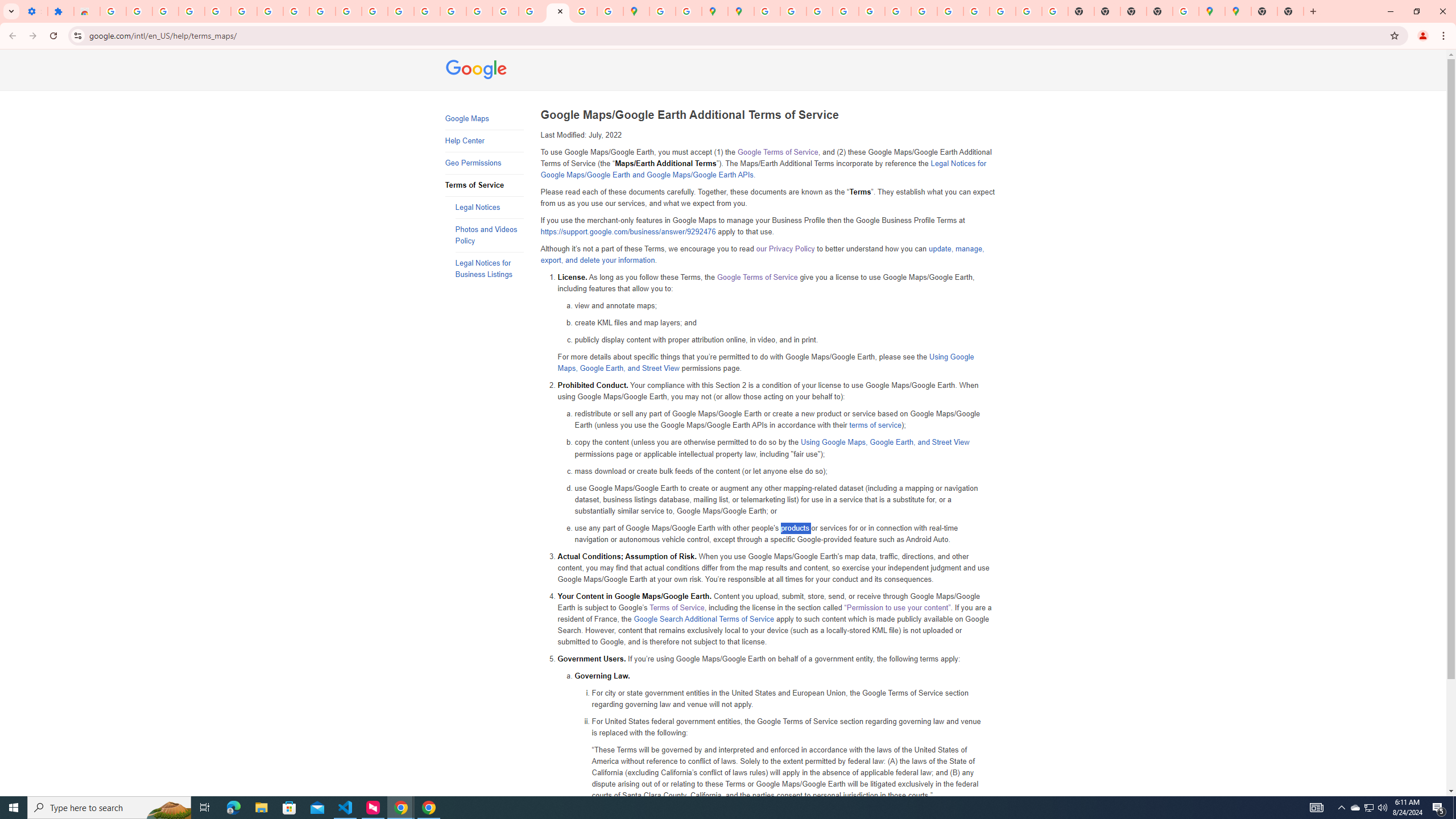  Describe the element at coordinates (348, 11) in the screenshot. I see `'YouTube'` at that location.